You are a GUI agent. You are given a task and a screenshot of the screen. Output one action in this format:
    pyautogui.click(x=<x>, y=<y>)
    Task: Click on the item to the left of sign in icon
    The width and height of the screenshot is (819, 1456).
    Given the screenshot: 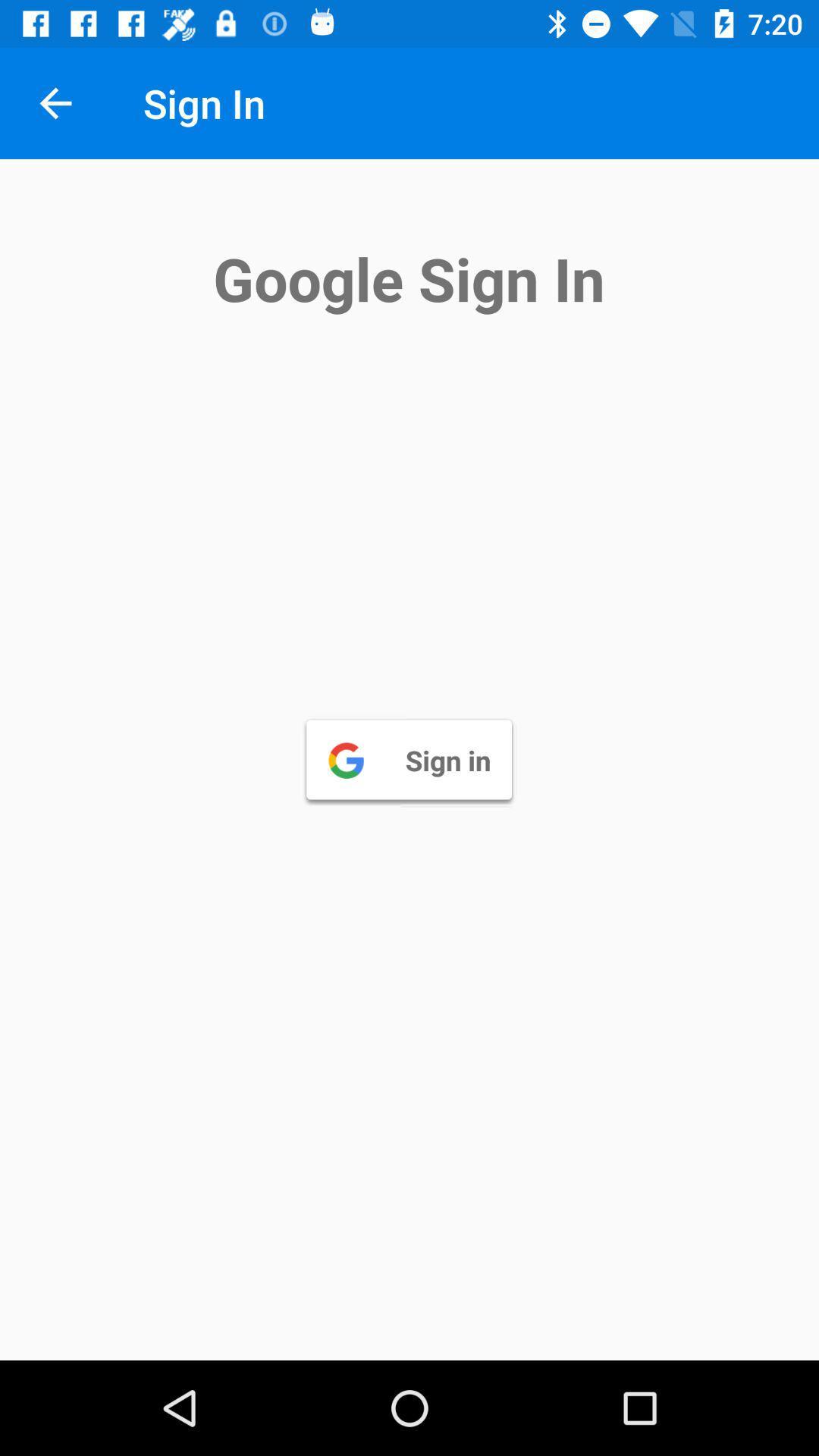 What is the action you would take?
    pyautogui.click(x=55, y=102)
    